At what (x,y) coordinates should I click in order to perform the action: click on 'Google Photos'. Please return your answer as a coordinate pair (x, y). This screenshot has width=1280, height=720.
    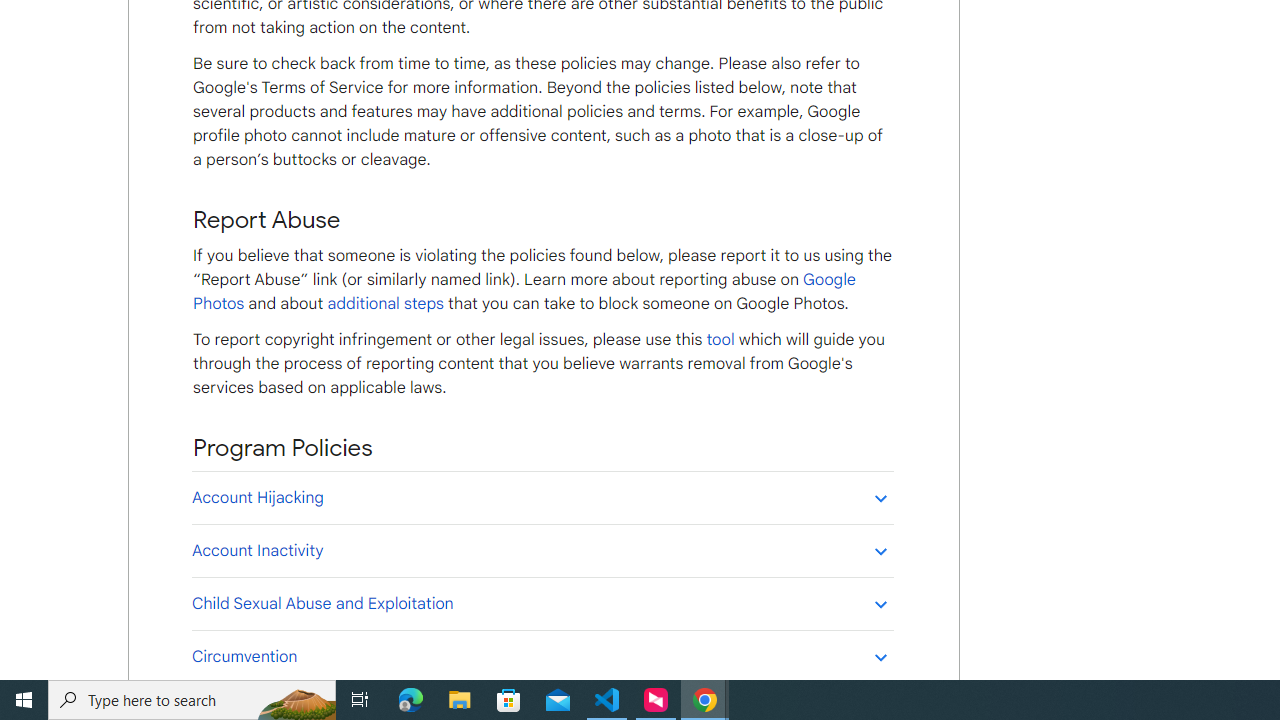
    Looking at the image, I should click on (524, 291).